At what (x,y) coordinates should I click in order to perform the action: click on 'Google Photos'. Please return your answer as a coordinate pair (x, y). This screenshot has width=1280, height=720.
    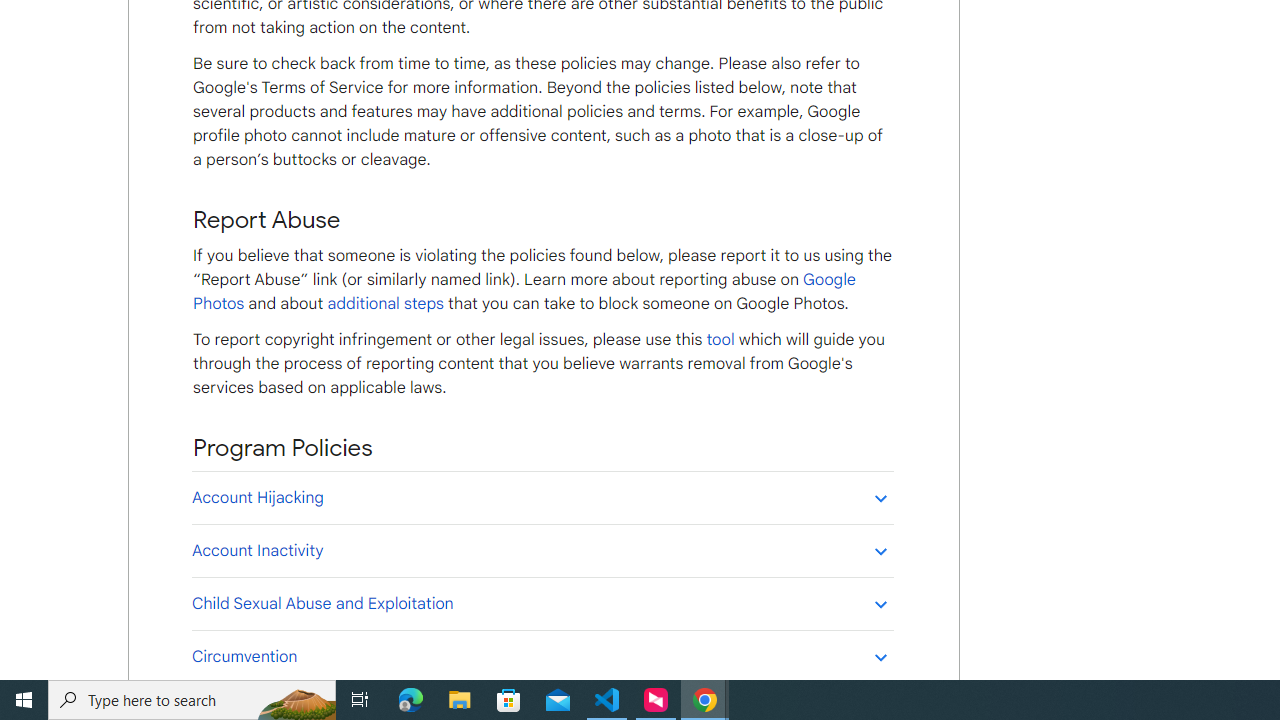
    Looking at the image, I should click on (524, 291).